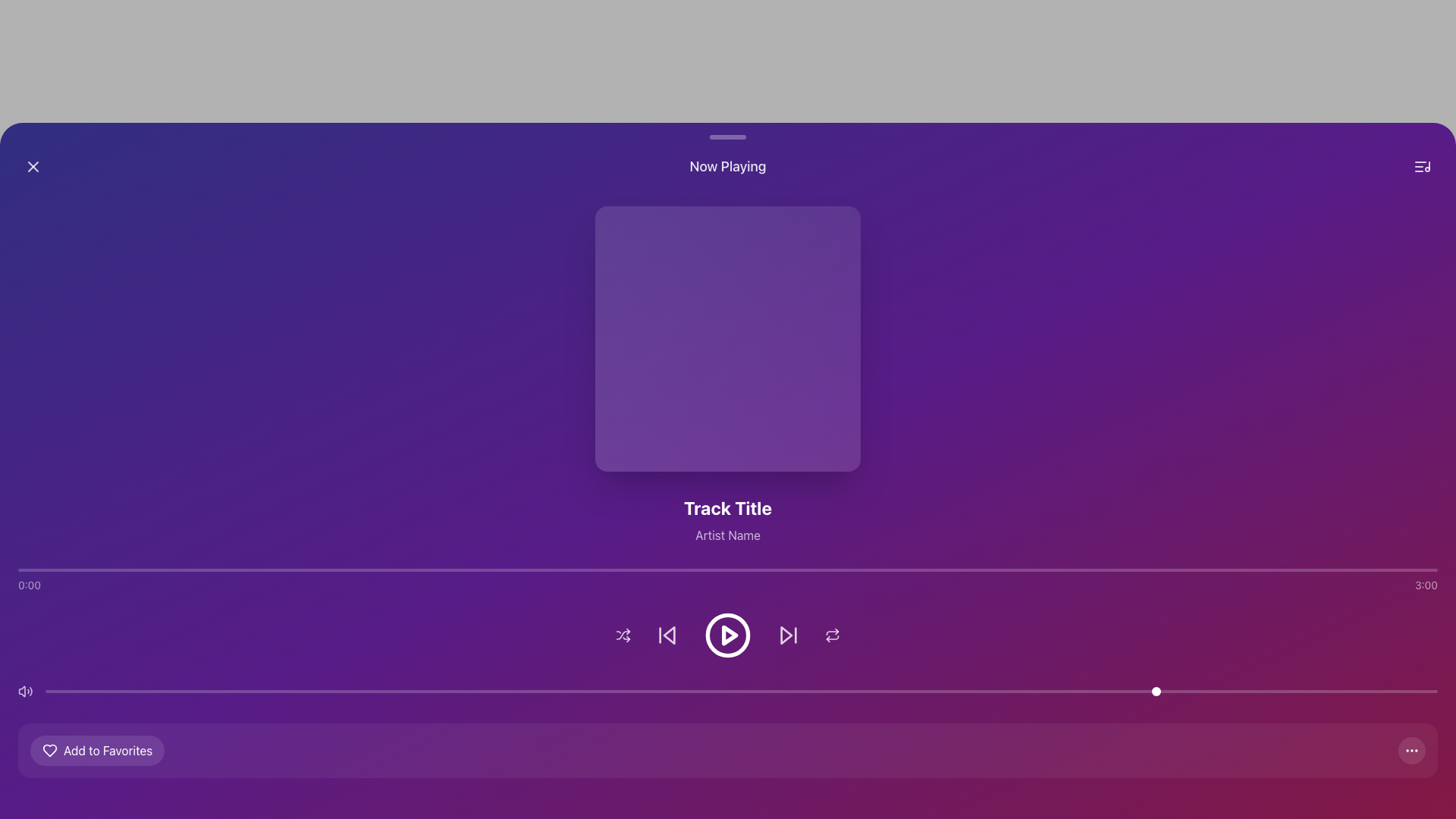 This screenshot has height=819, width=1456. What do you see at coordinates (401, 570) in the screenshot?
I see `the playback progress` at bounding box center [401, 570].